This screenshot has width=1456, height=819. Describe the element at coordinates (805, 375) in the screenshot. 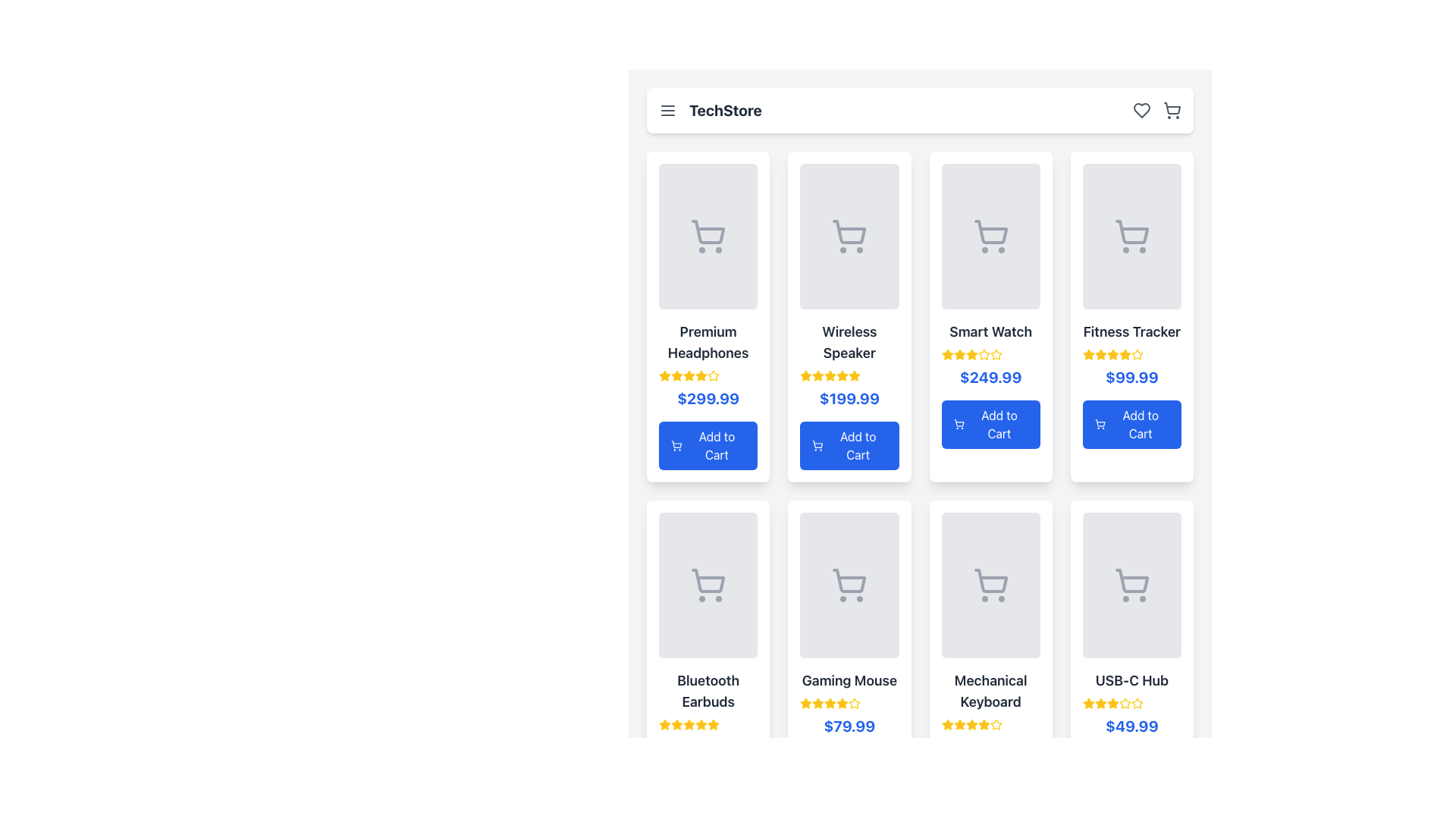

I see `the third star icon in the five-star rating system for the Wireless Speaker product, located beneath the product card` at that location.